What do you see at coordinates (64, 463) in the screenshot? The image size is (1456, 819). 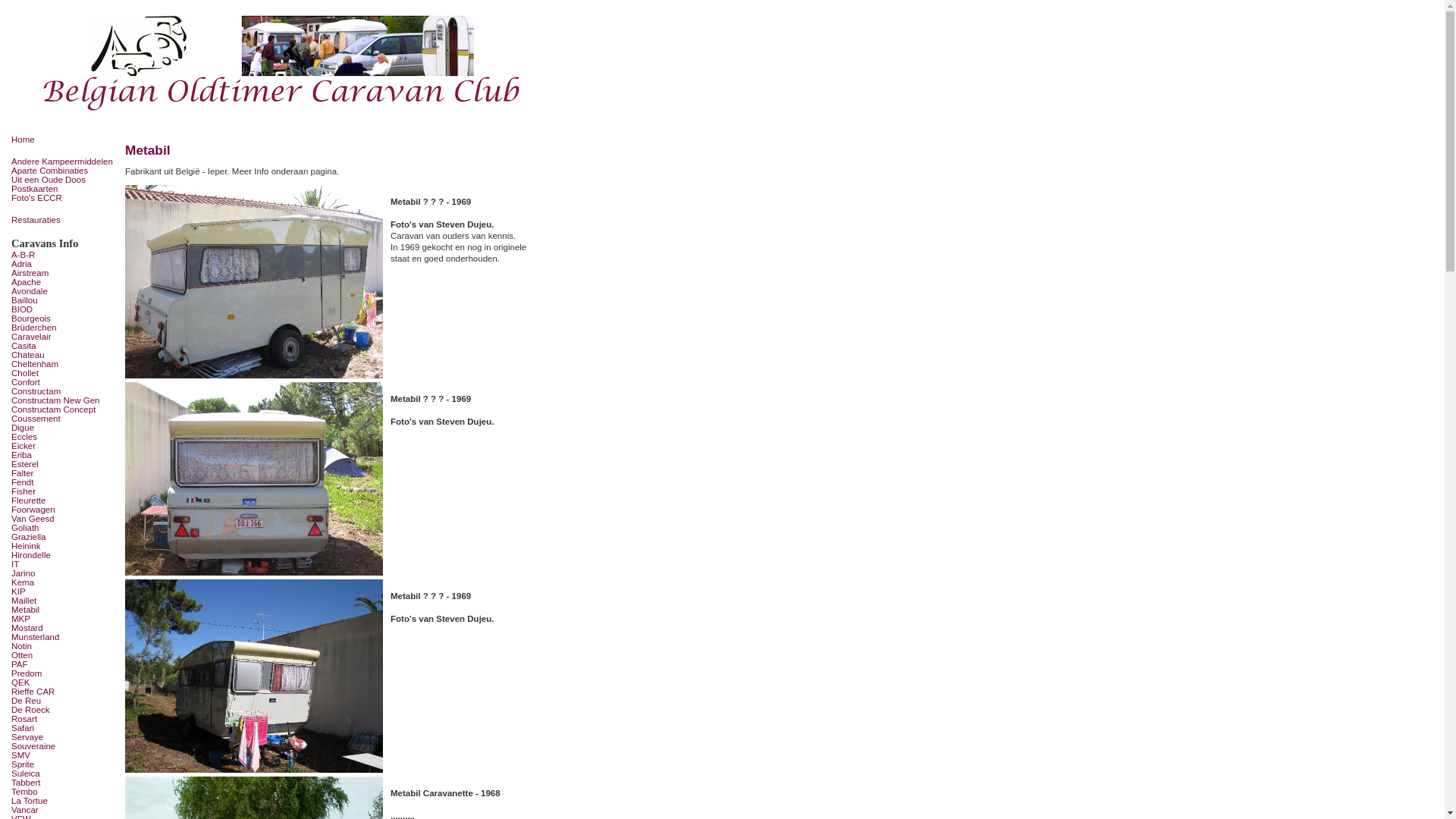 I see `'Esterel'` at bounding box center [64, 463].